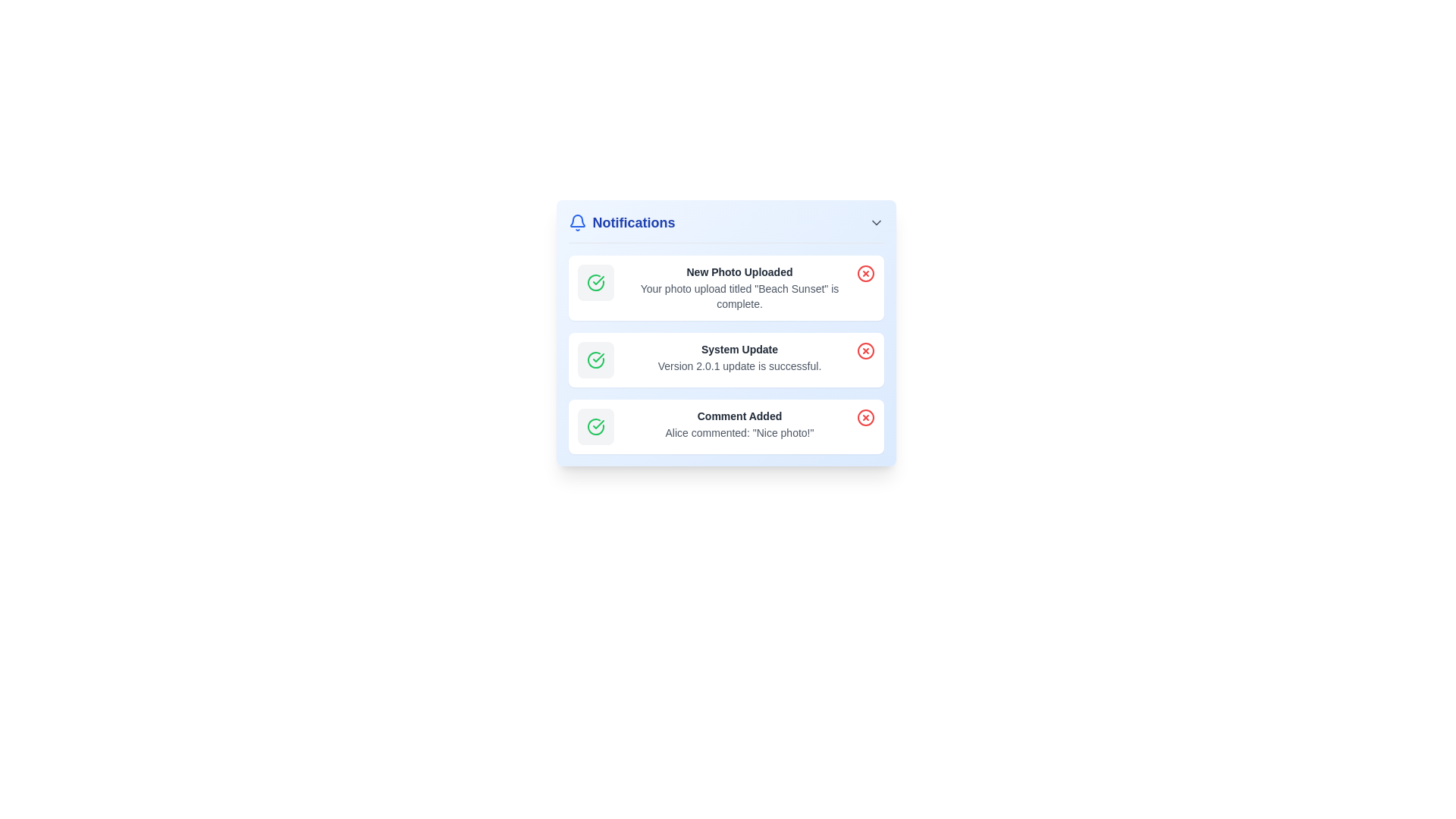 The image size is (1456, 819). Describe the element at coordinates (595, 427) in the screenshot. I see `the circular icon with a green checkmark, indicating completion, located next to the text 'Comment Added Alice commented: "Nice photo!"' in the third notification block` at that location.